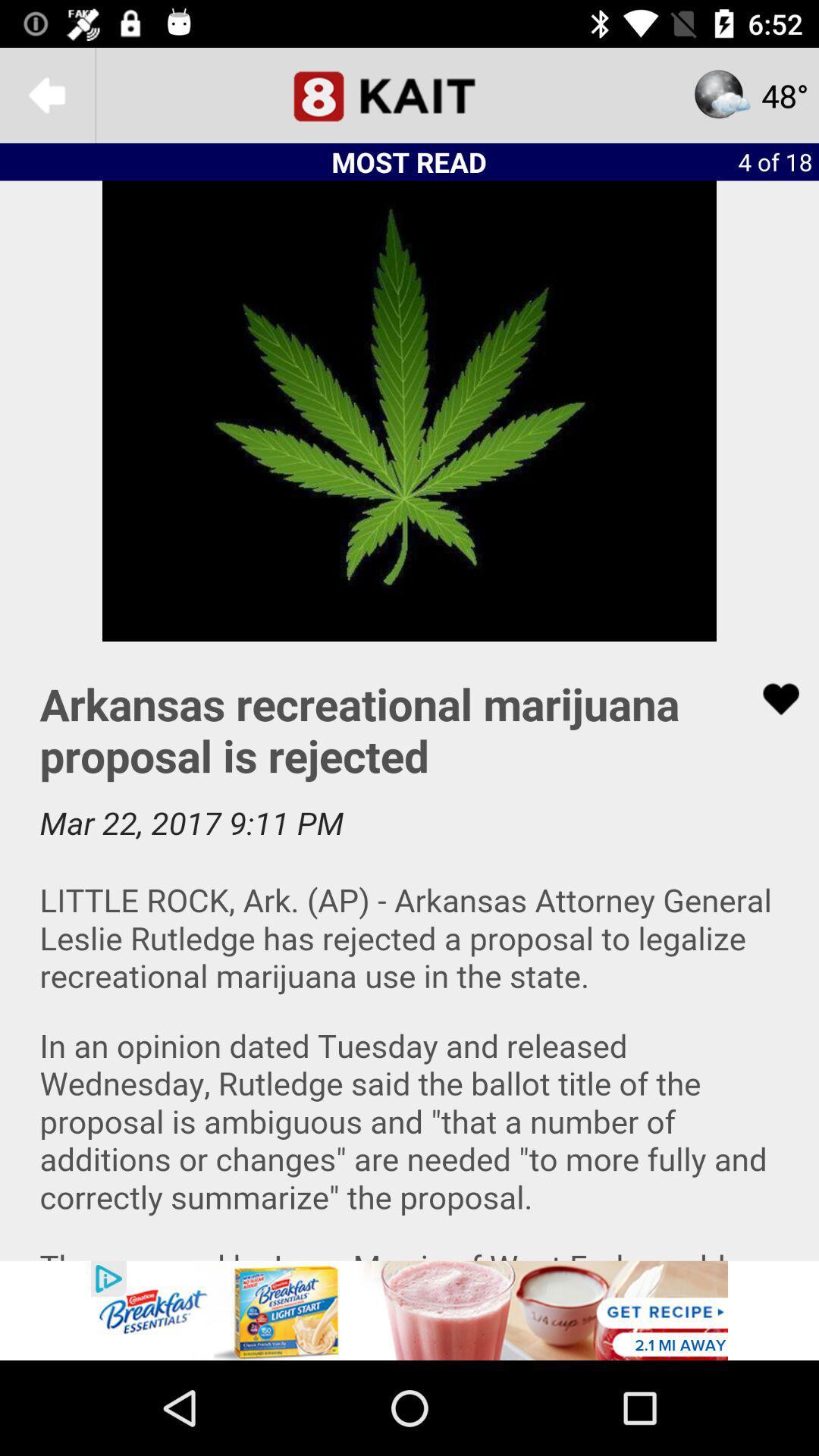 This screenshot has width=819, height=1456. I want to click on like, so click(771, 698).